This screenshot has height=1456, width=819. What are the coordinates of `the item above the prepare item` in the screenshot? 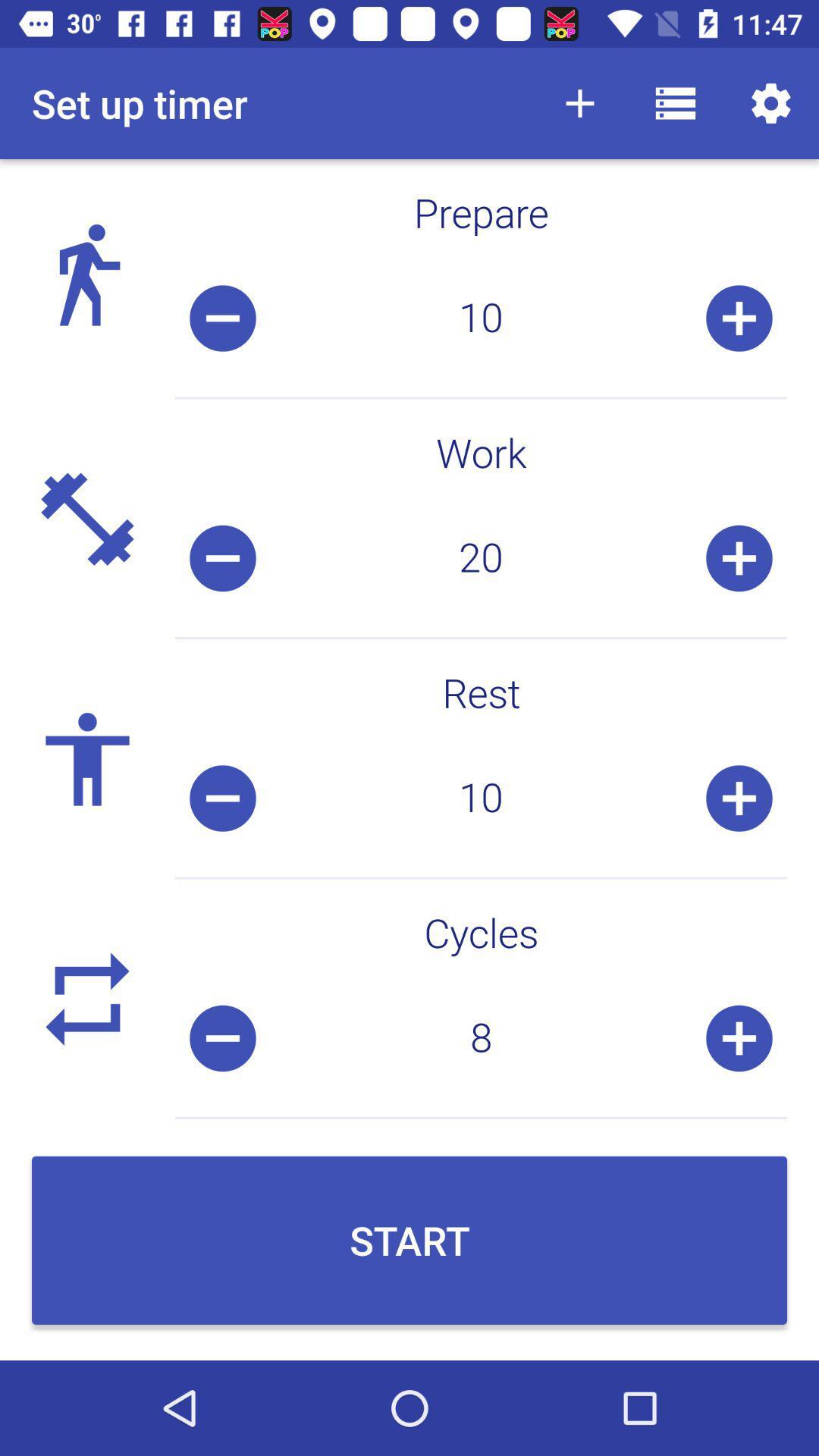 It's located at (579, 102).